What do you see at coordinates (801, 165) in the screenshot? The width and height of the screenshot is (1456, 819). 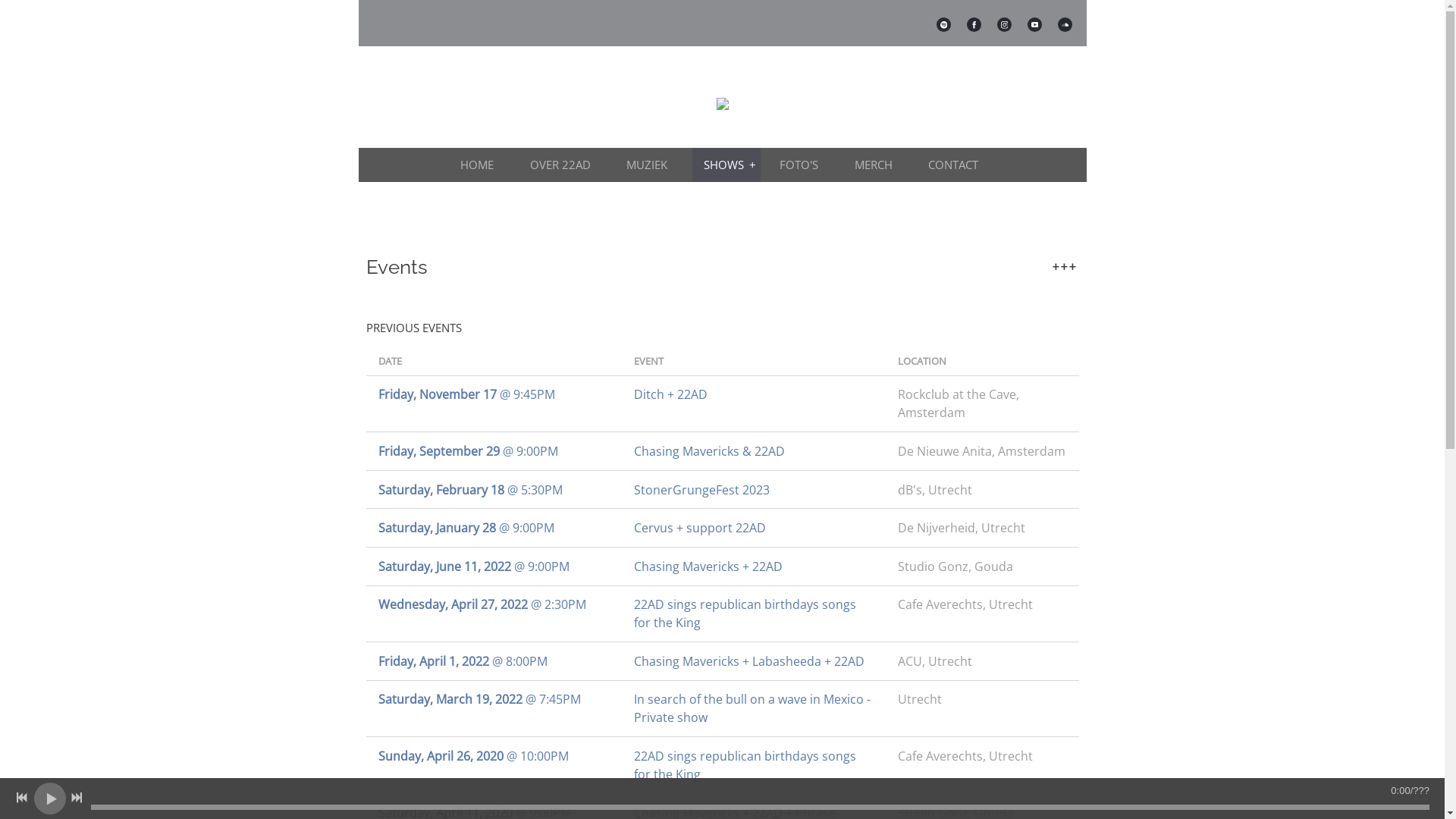 I see `'FOTO'S'` at bounding box center [801, 165].